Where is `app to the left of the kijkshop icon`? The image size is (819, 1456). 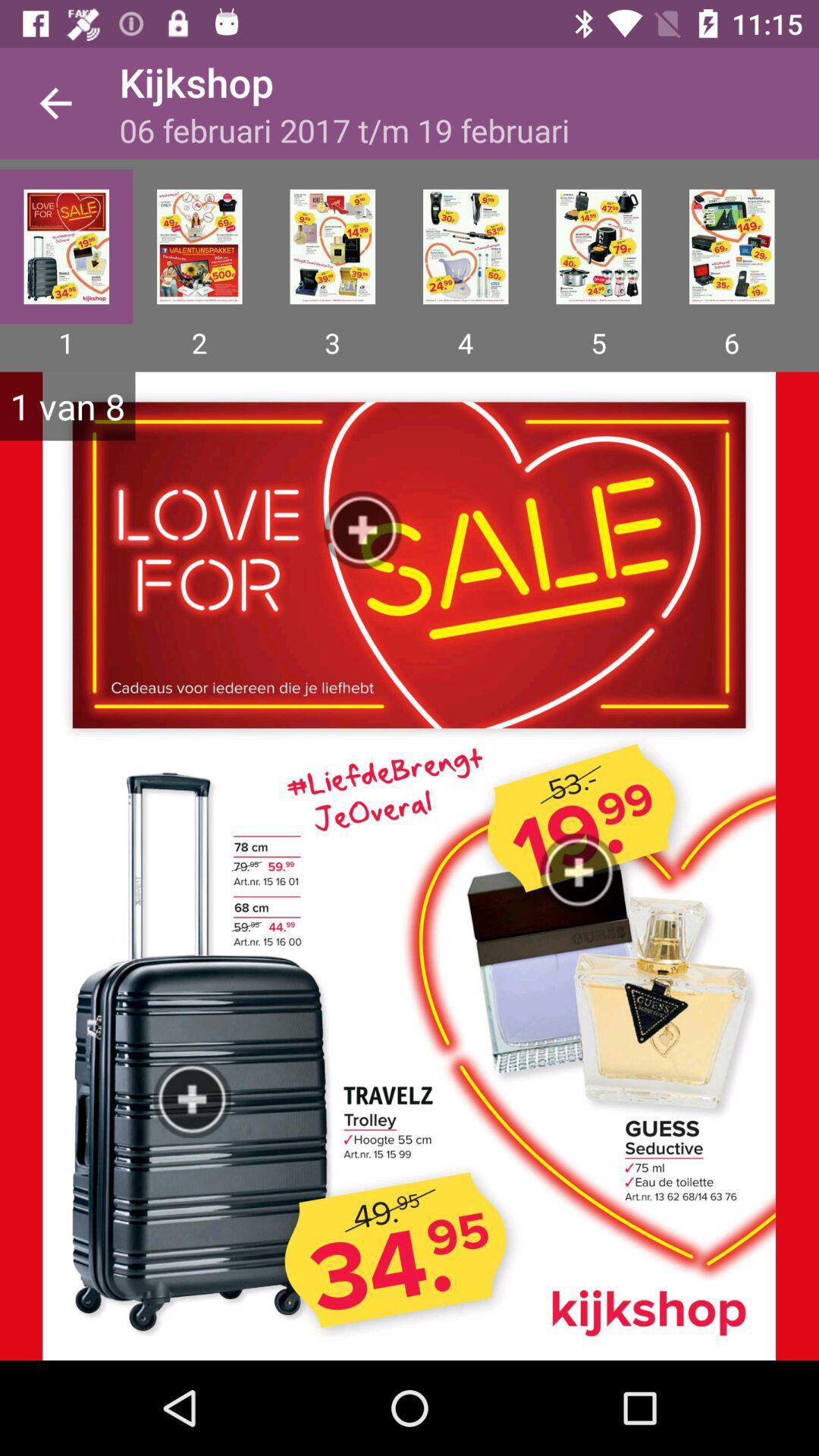 app to the left of the kijkshop icon is located at coordinates (55, 102).